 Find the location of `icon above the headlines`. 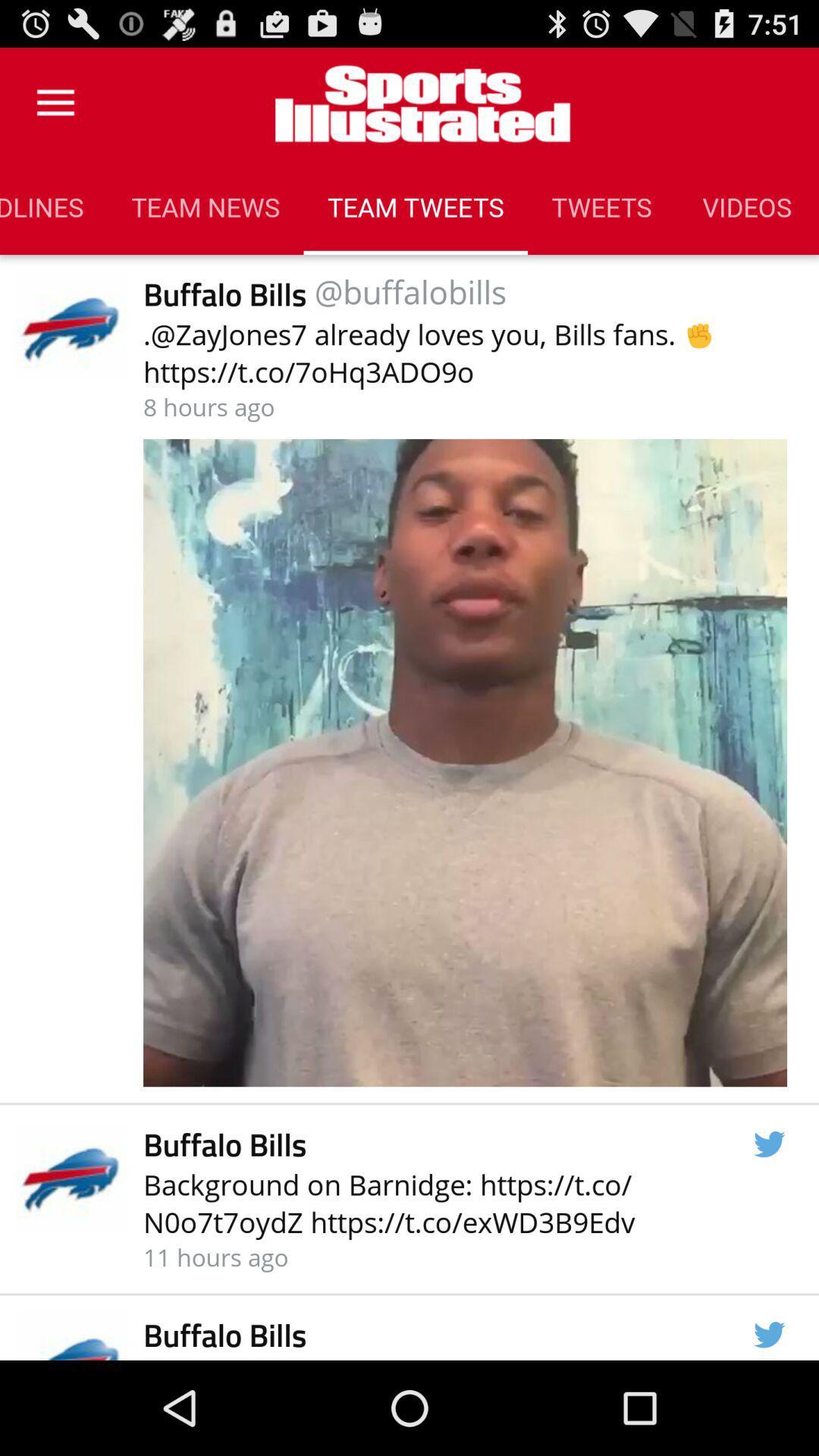

icon above the headlines is located at coordinates (55, 102).